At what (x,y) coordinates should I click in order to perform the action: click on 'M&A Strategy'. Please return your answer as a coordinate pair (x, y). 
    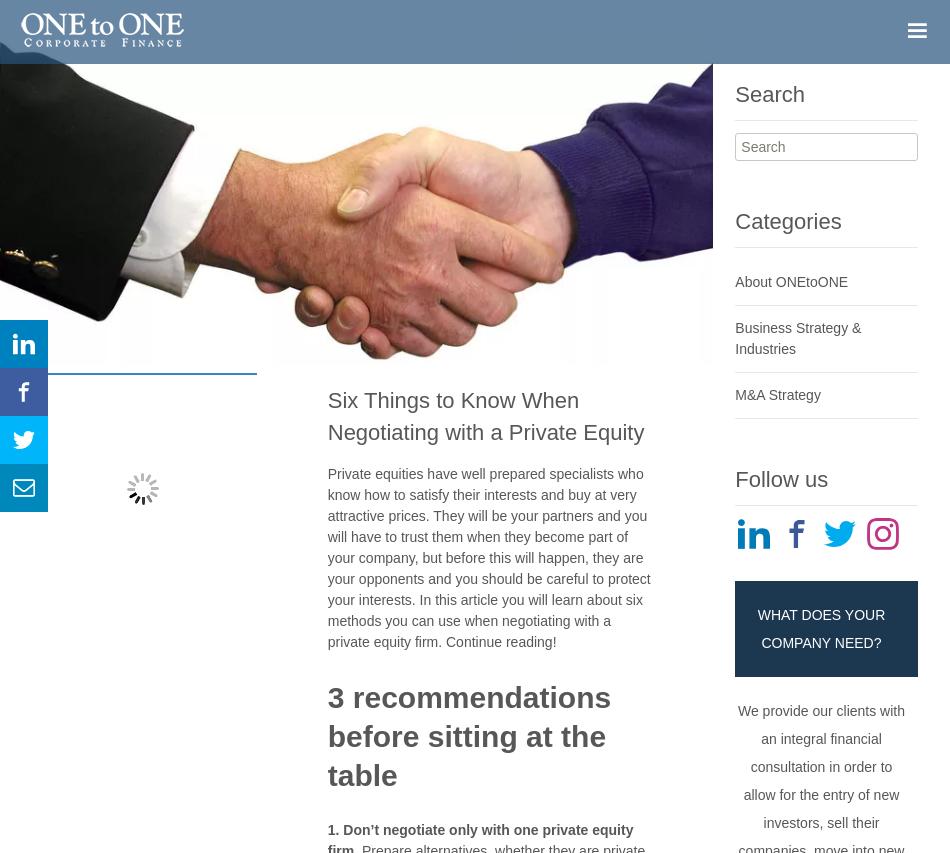
    Looking at the image, I should click on (776, 394).